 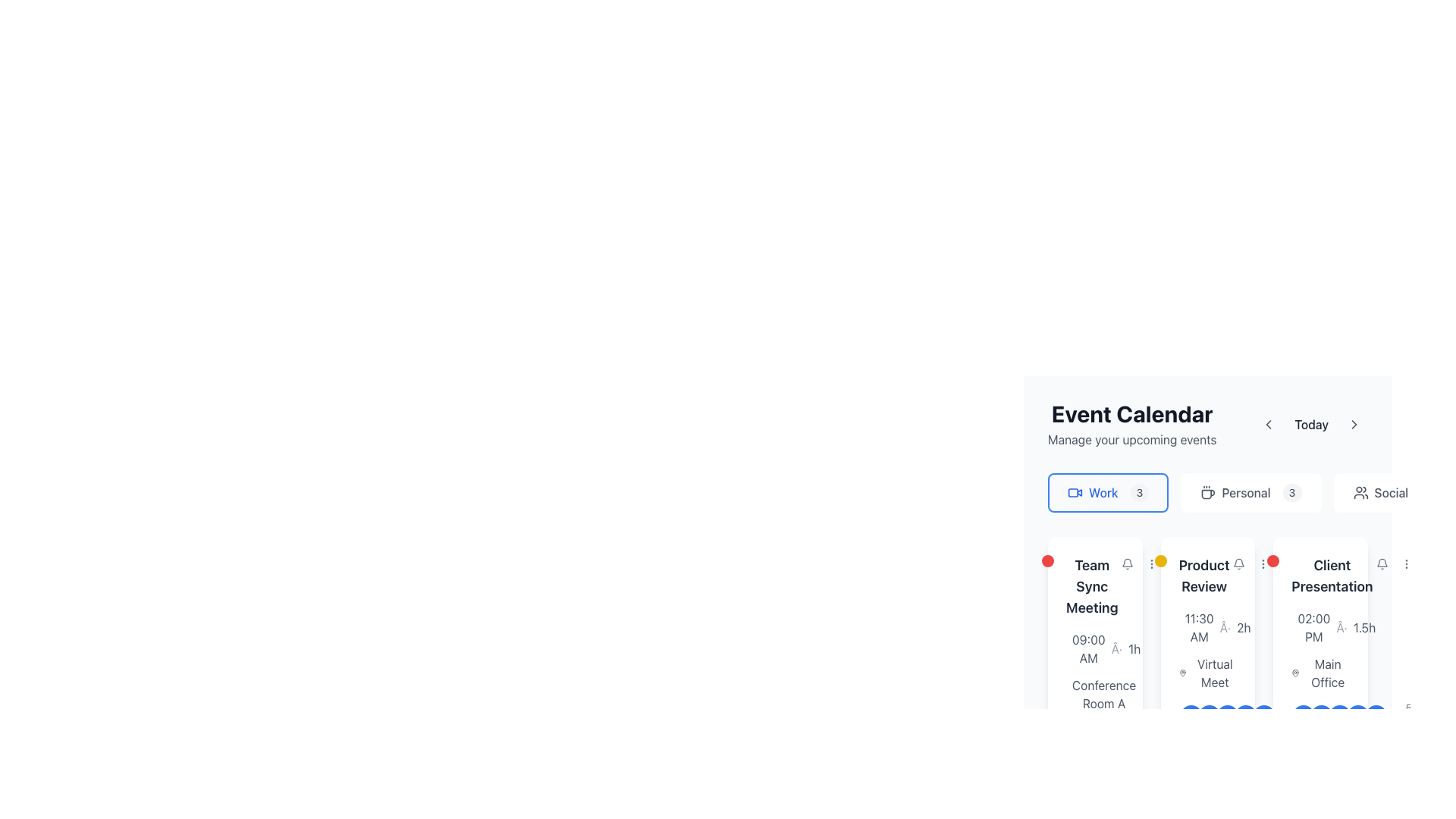 I want to click on the first circular button with a leftward chevron icon, so click(x=1269, y=424).